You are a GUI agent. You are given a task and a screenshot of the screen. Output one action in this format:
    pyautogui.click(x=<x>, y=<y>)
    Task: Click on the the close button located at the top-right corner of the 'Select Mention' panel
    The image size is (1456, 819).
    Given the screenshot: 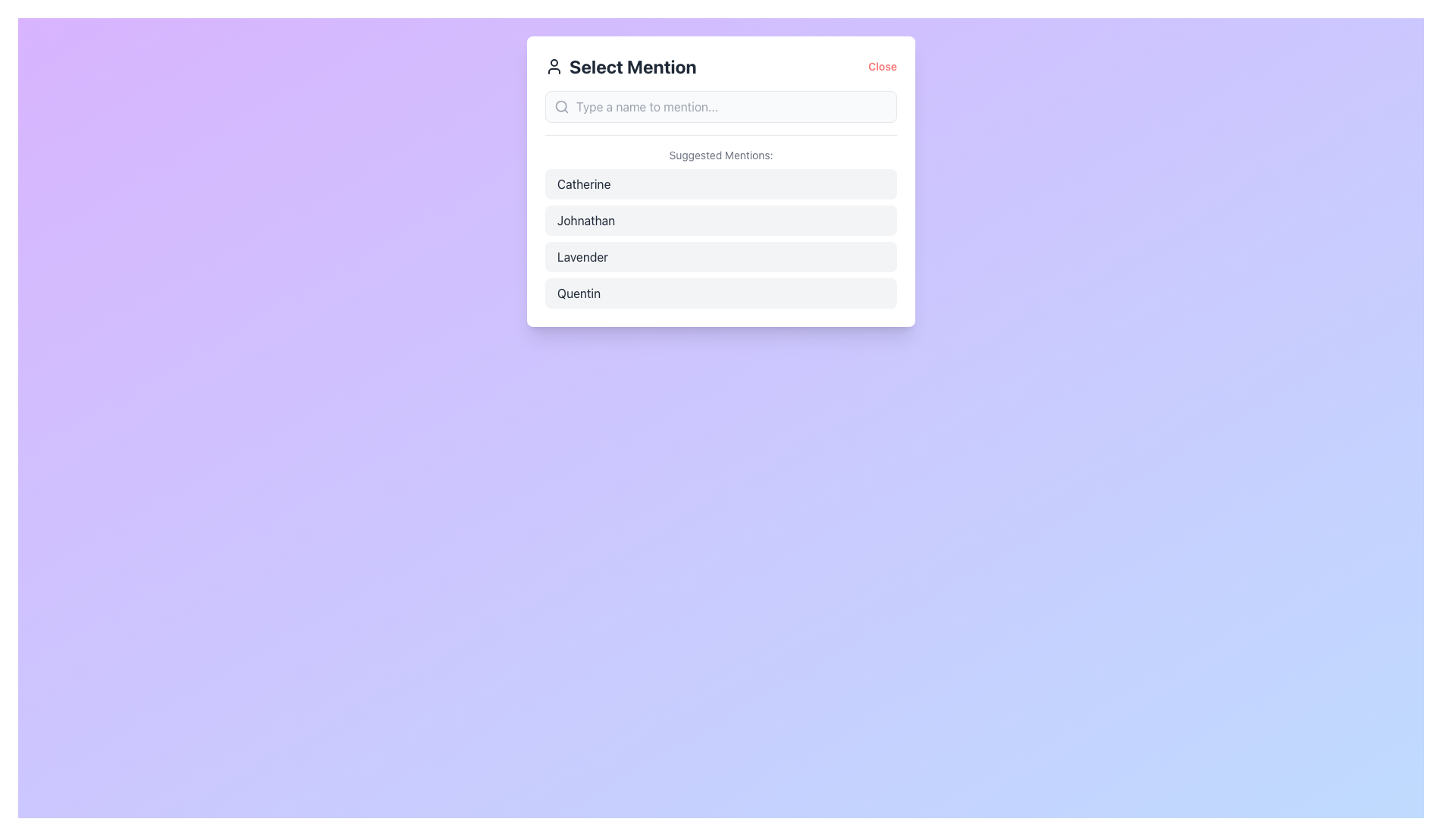 What is the action you would take?
    pyautogui.click(x=883, y=66)
    